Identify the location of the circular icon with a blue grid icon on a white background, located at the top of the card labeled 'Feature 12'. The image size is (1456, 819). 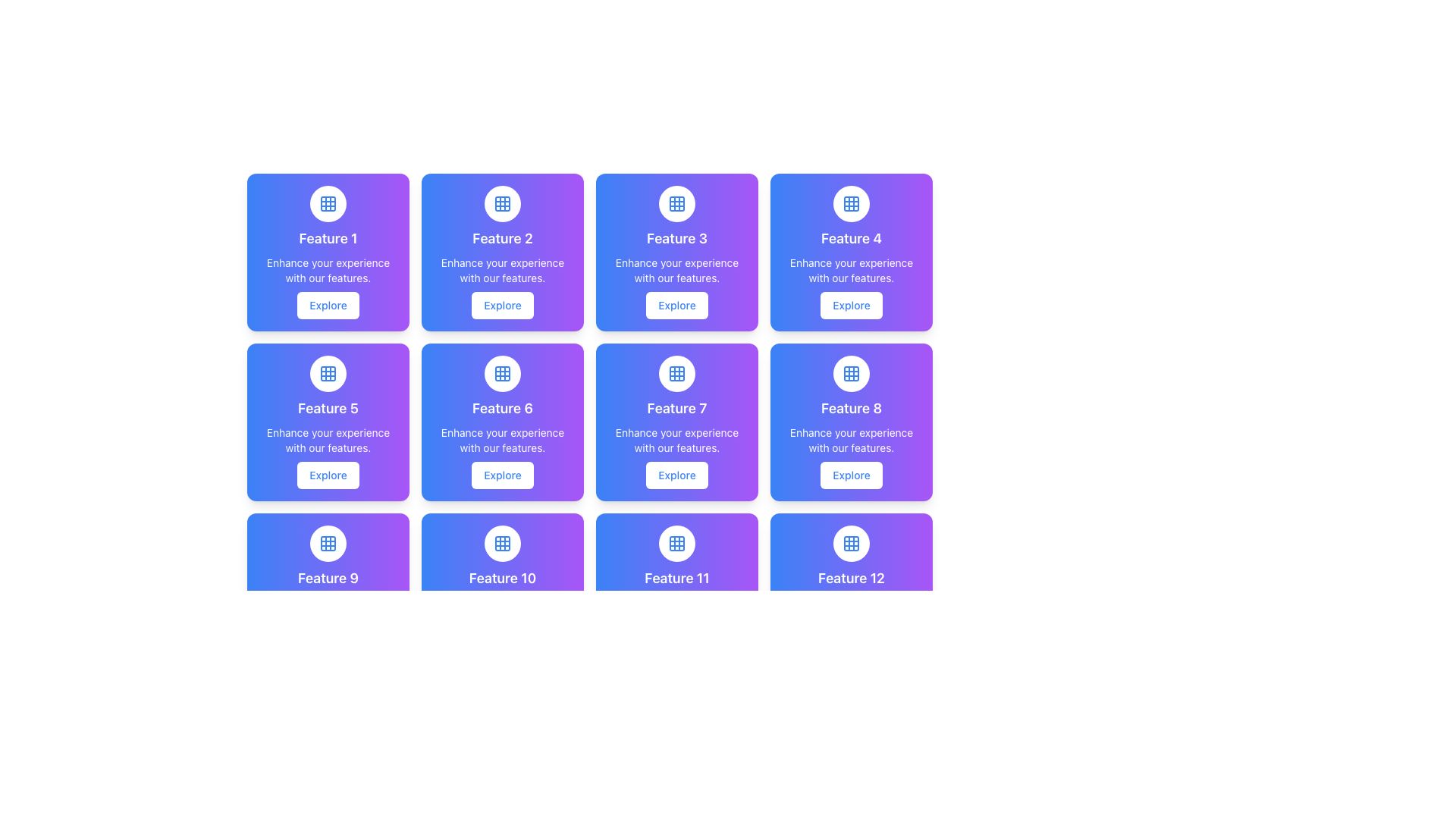
(852, 543).